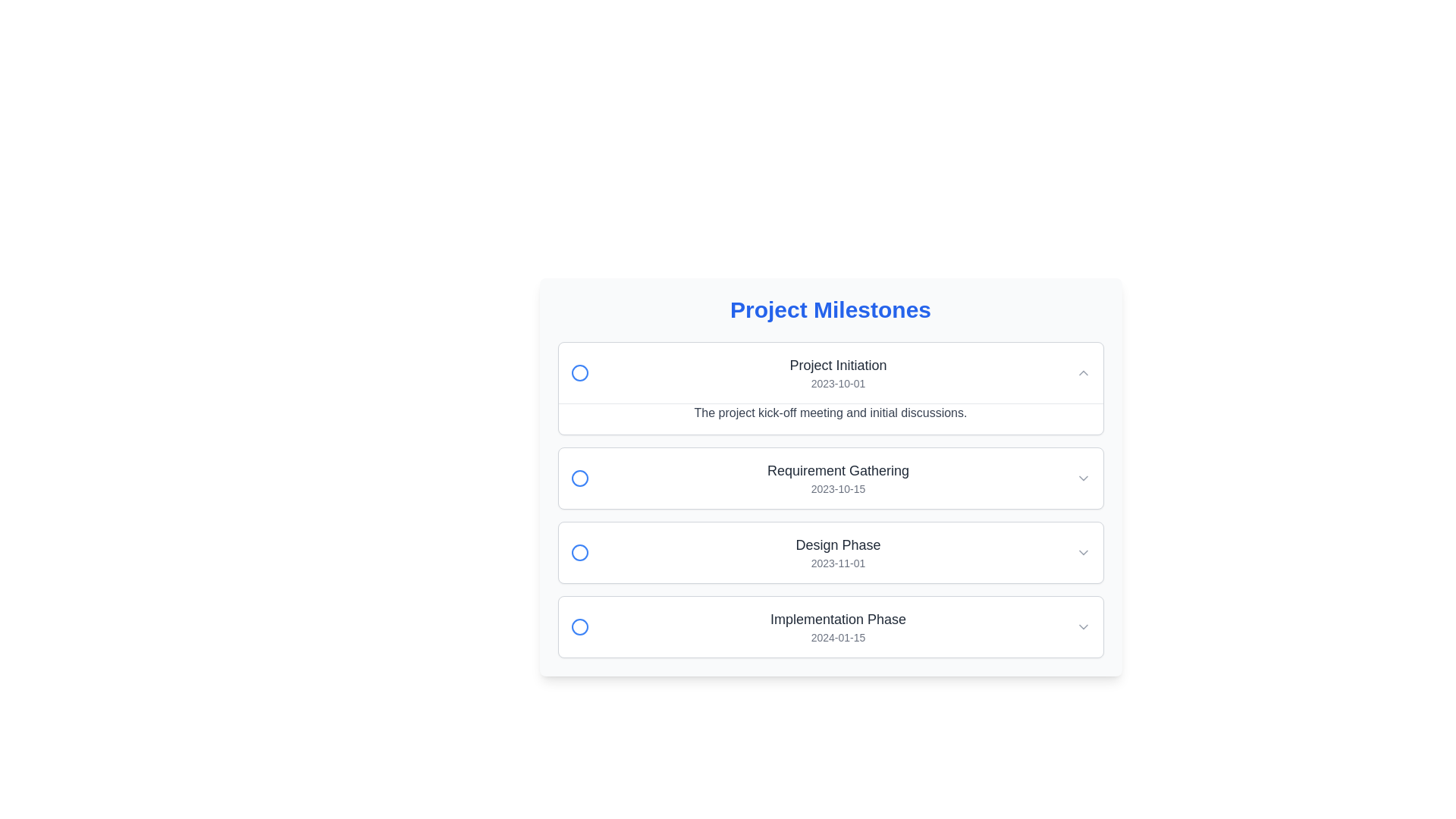 The width and height of the screenshot is (1456, 819). I want to click on the circular icon with a blue outline that is adjacent to the text 'Design Phase', so click(579, 553).